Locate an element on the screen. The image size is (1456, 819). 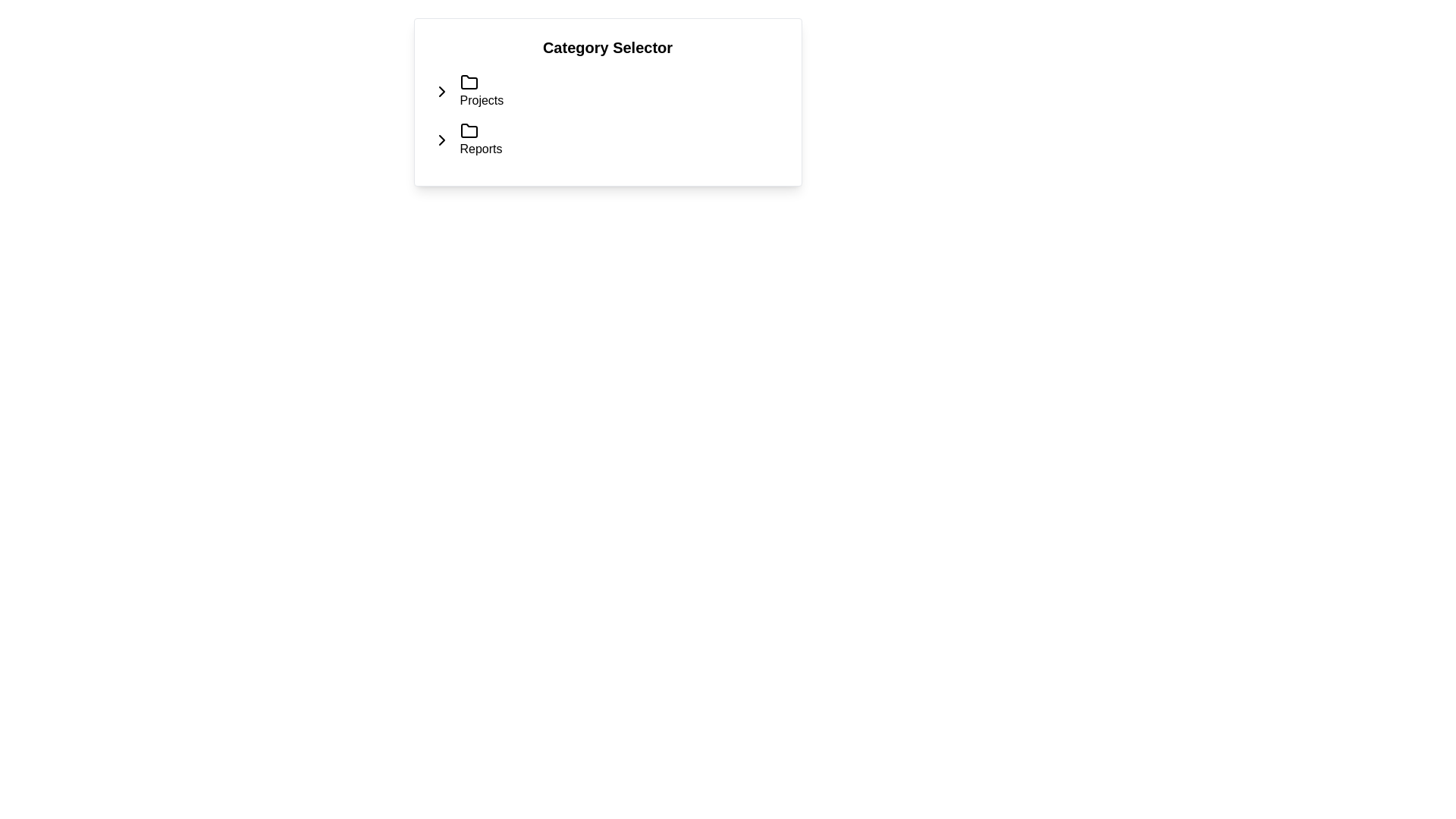
the folder icon located under the text 'Reports' is located at coordinates (468, 130).